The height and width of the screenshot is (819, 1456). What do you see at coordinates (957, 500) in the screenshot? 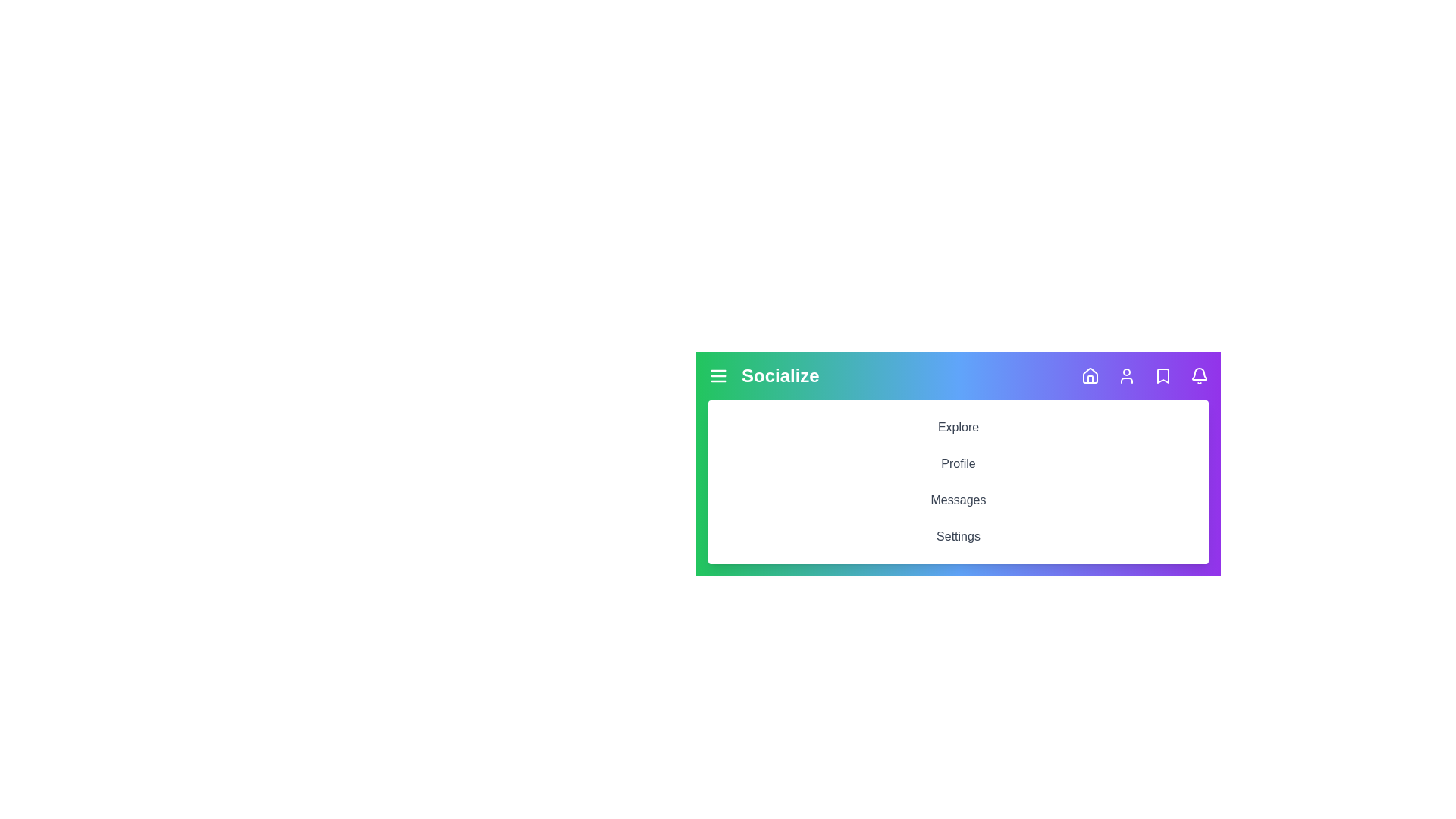
I see `the menu item Messages` at bounding box center [957, 500].